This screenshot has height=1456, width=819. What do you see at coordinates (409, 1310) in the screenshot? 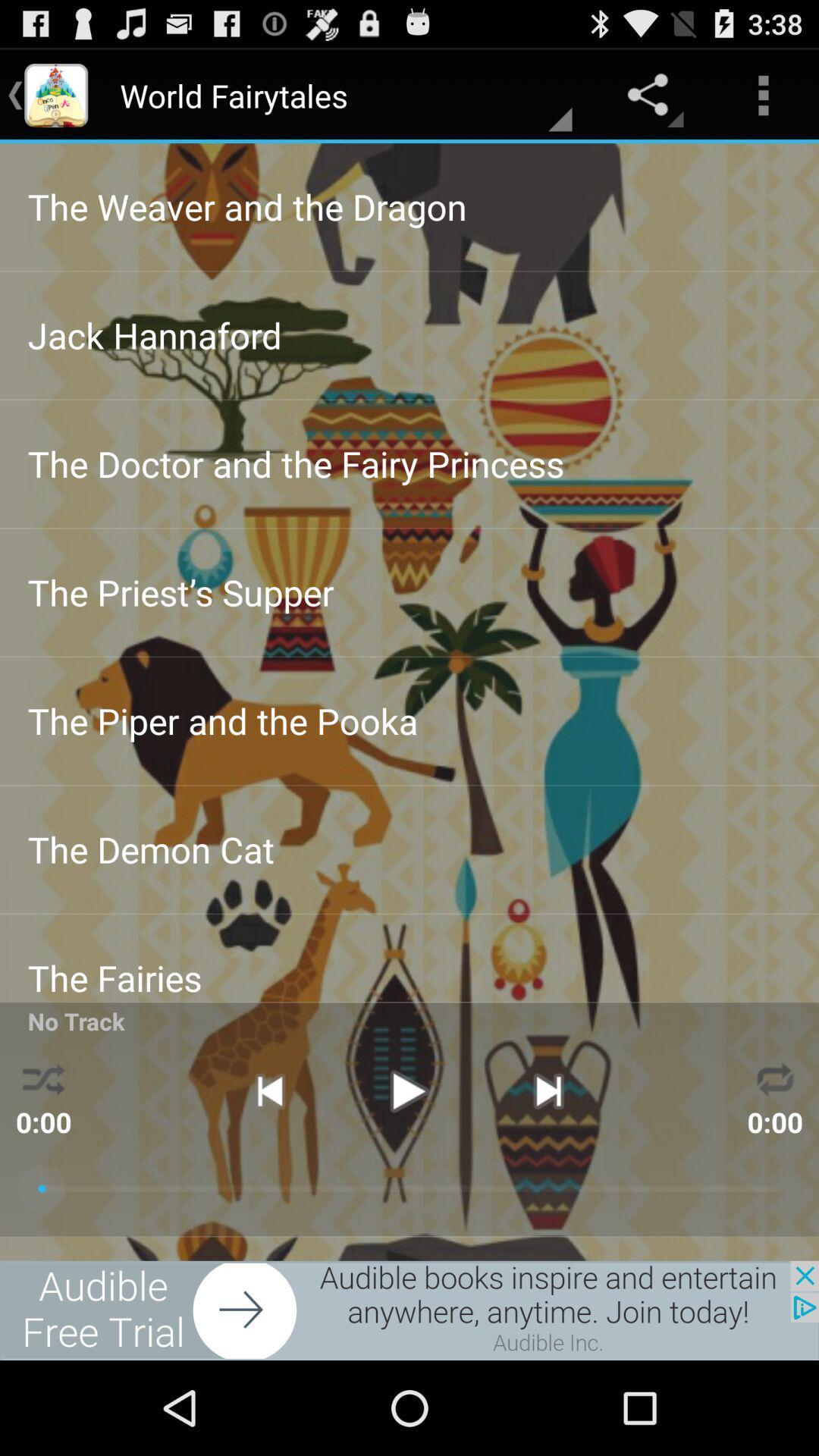
I see `audible advertisement` at bounding box center [409, 1310].